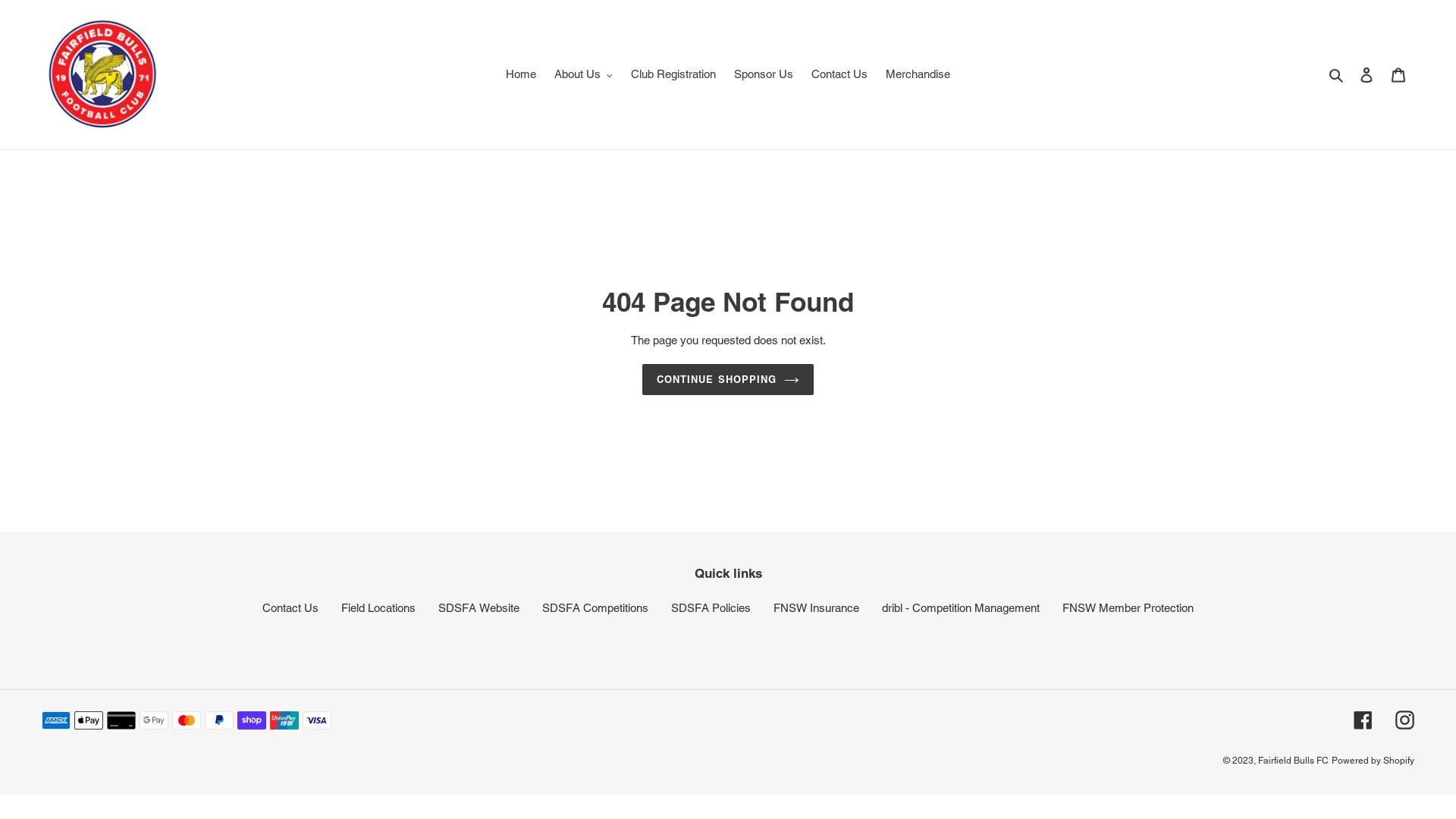 The width and height of the screenshot is (1456, 819). What do you see at coordinates (960, 607) in the screenshot?
I see `'dribl - Competition Management'` at bounding box center [960, 607].